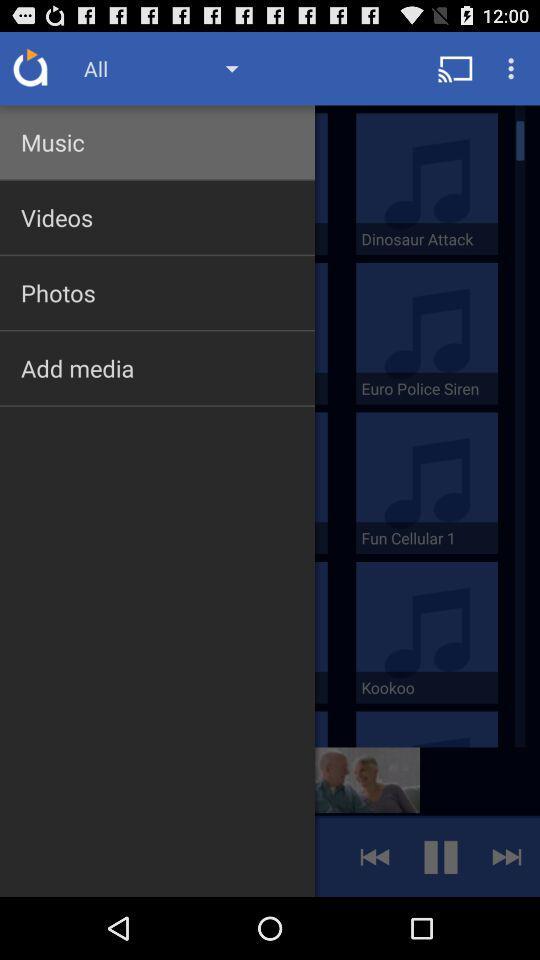  What do you see at coordinates (507, 917) in the screenshot?
I see `the skip_next icon` at bounding box center [507, 917].